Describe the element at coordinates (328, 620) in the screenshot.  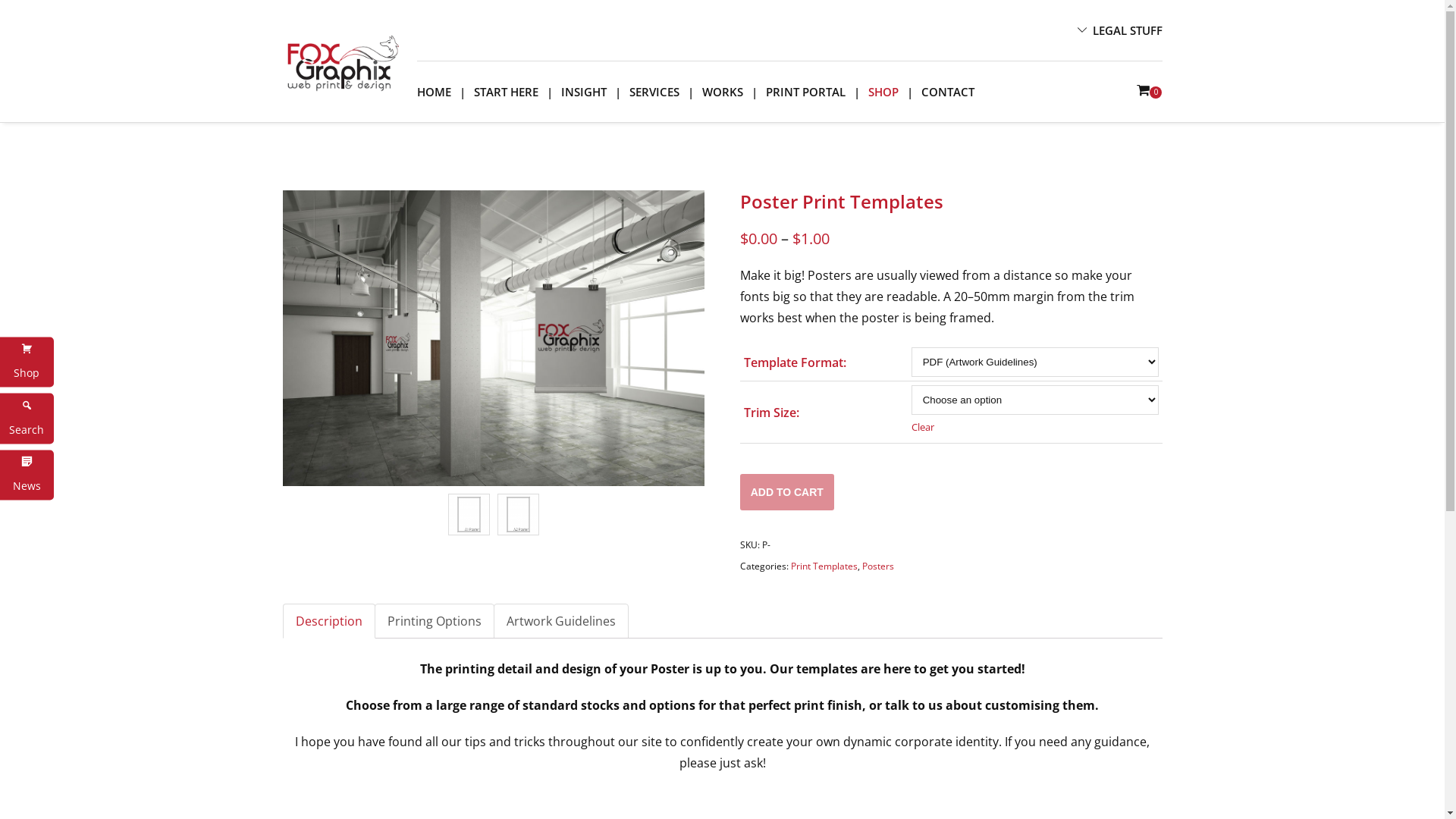
I see `'Description'` at that location.